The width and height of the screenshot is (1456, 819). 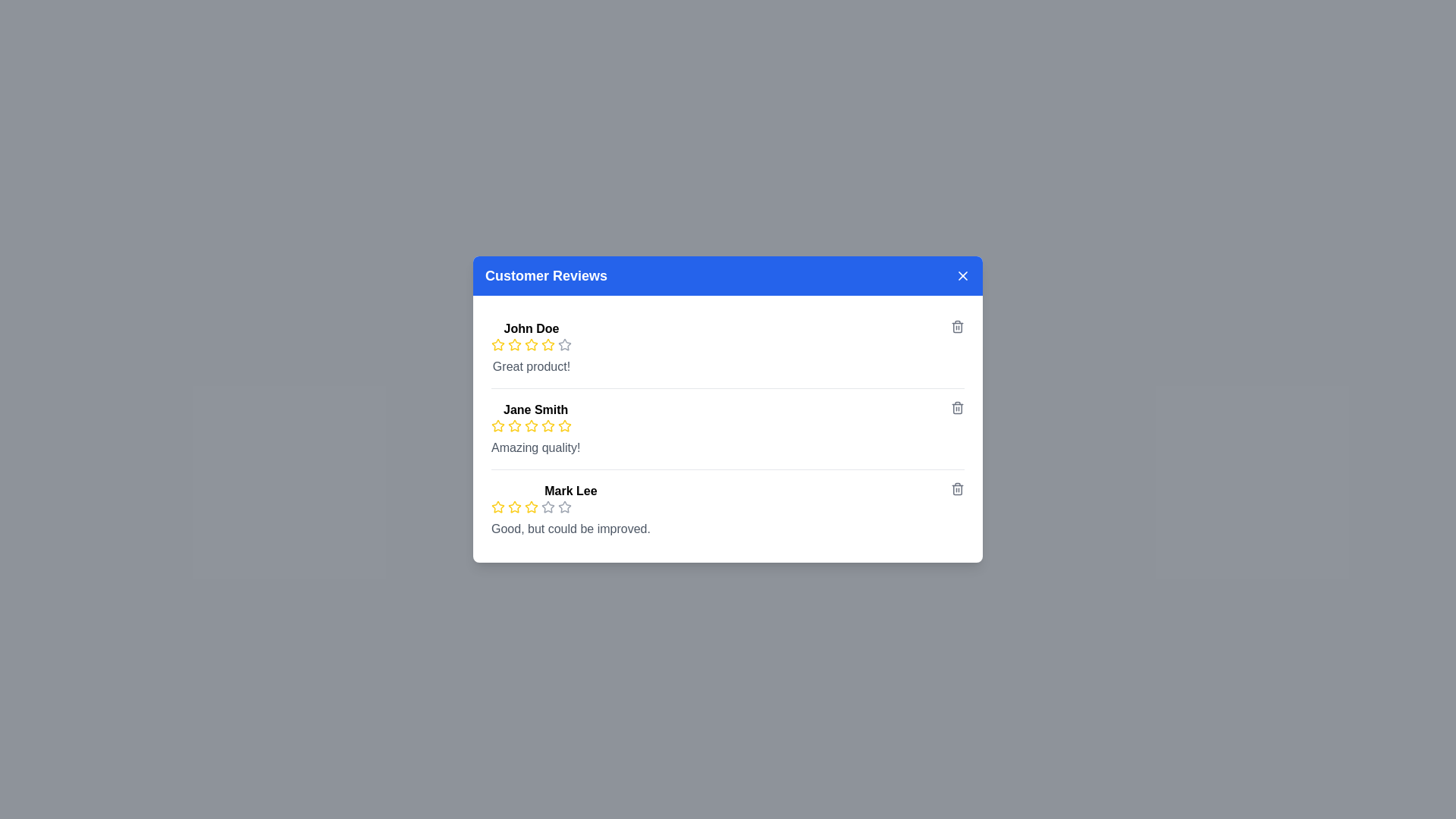 What do you see at coordinates (962, 275) in the screenshot?
I see `close button to close the dialog` at bounding box center [962, 275].